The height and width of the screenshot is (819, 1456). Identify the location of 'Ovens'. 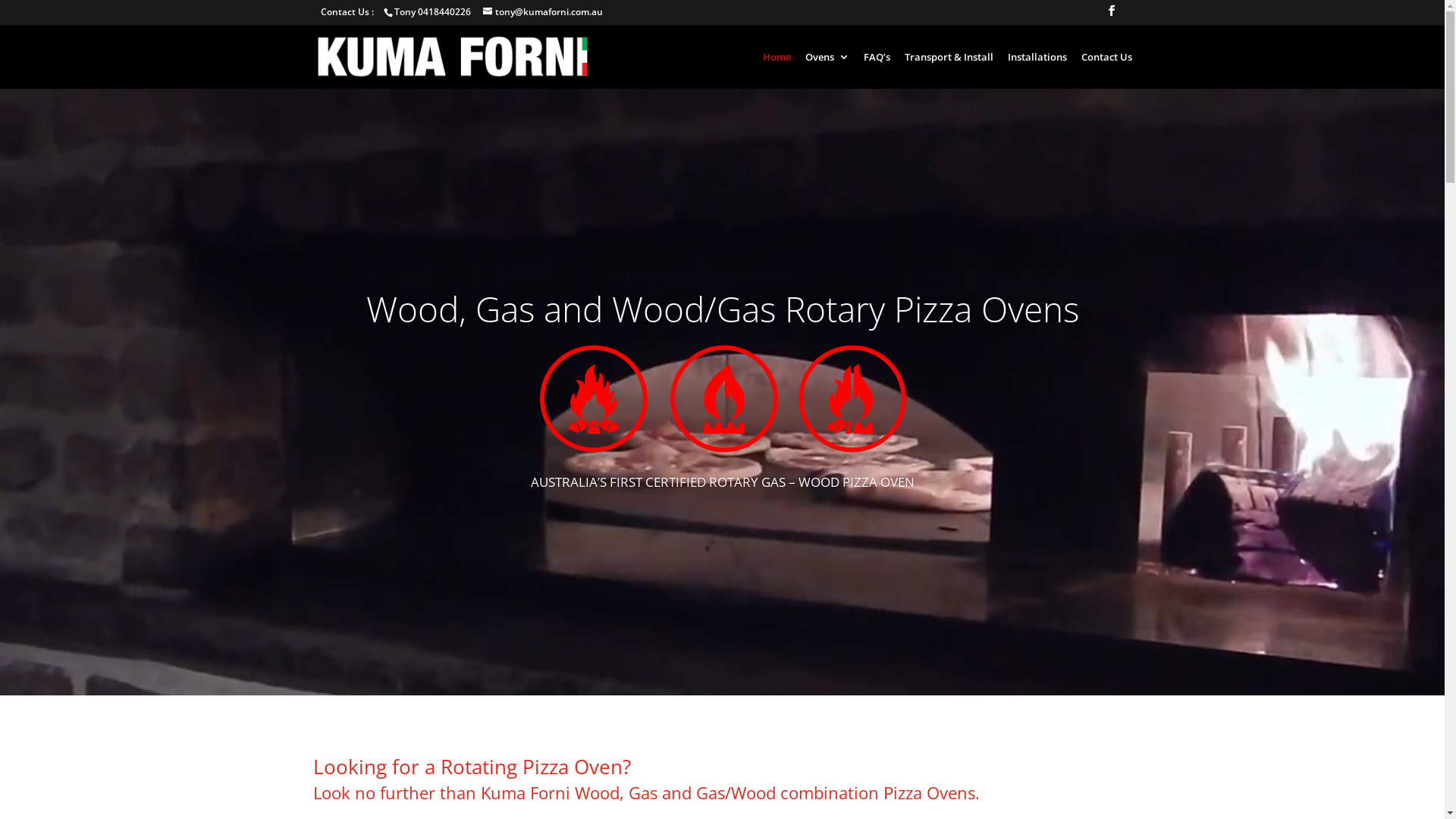
(826, 70).